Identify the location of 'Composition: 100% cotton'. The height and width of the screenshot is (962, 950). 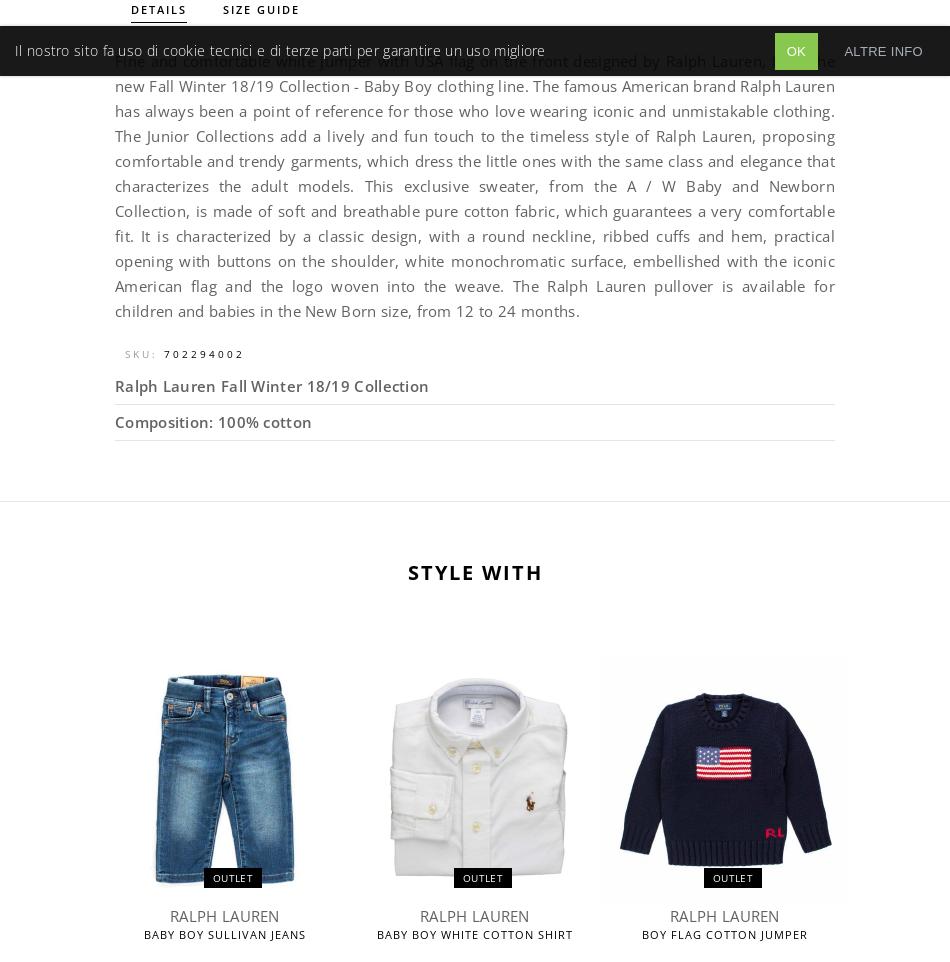
(213, 419).